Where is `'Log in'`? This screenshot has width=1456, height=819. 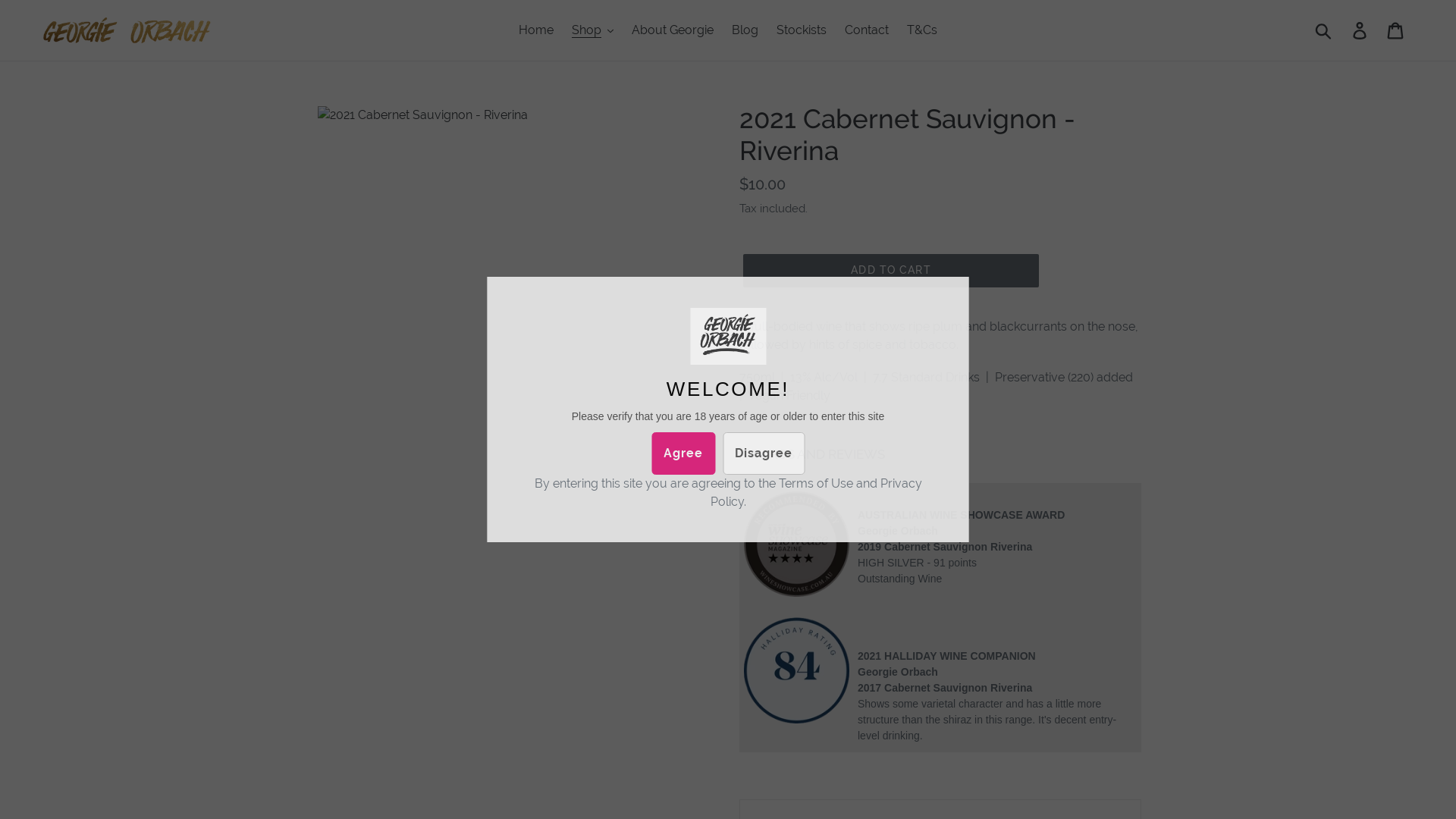 'Log in' is located at coordinates (1360, 30).